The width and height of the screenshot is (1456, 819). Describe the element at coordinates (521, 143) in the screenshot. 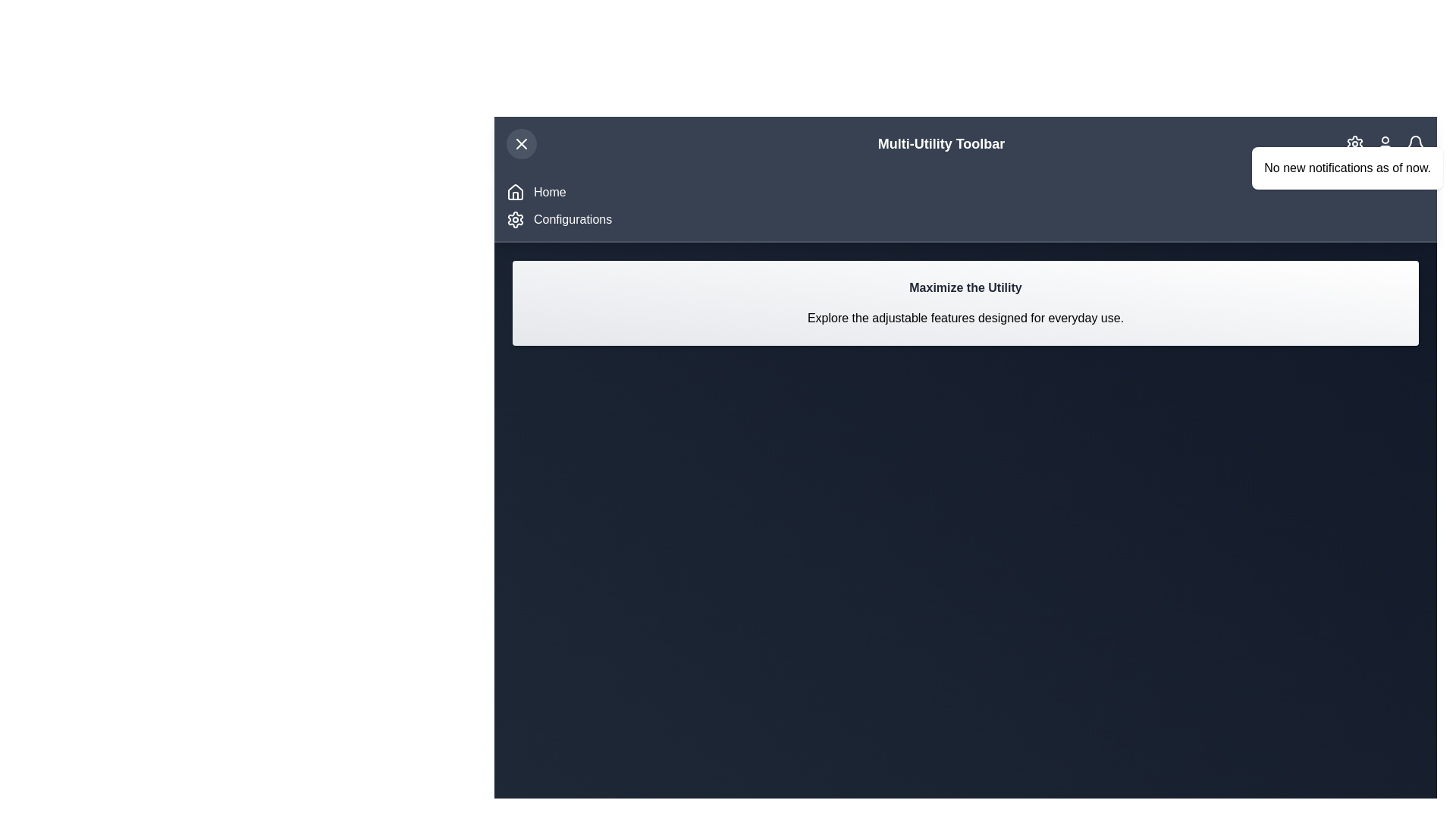

I see `the menu_button to observe visual feedback` at that location.